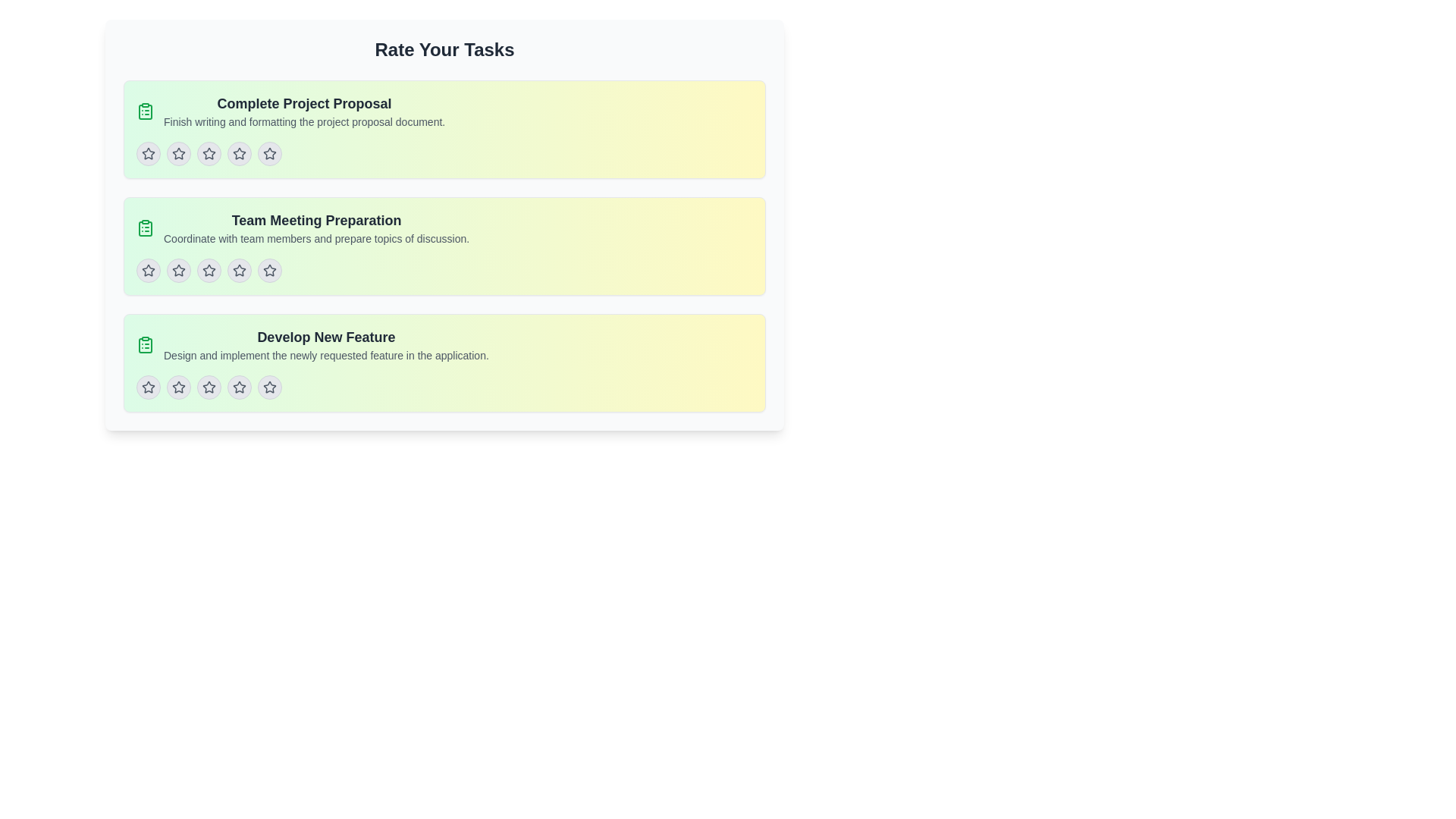  What do you see at coordinates (146, 227) in the screenshot?
I see `the icon to the left of the title in the second task of the list titled 'Team Meeting Preparation'` at bounding box center [146, 227].